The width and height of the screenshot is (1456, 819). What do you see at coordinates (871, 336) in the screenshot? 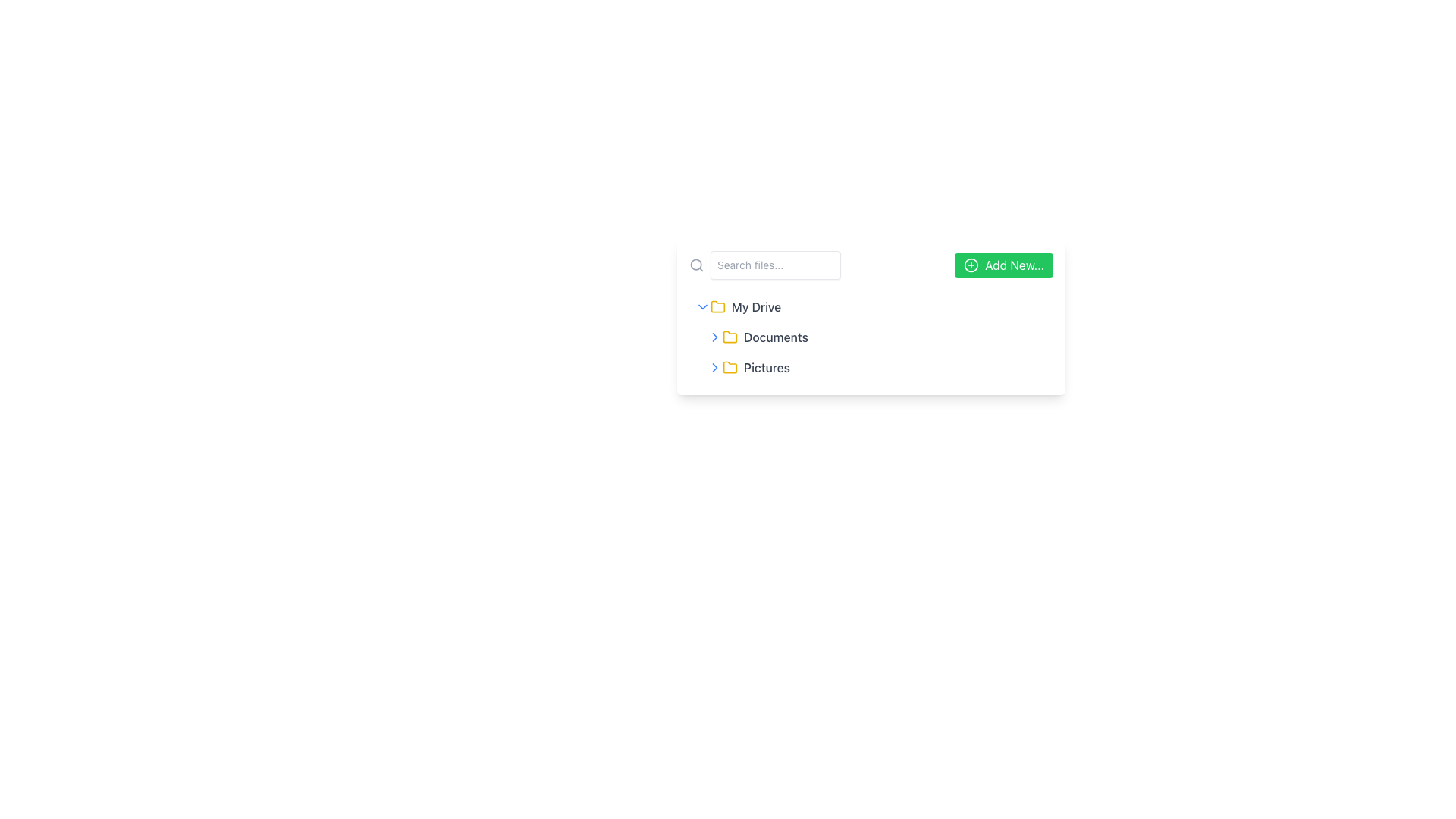
I see `the second entry` at bounding box center [871, 336].